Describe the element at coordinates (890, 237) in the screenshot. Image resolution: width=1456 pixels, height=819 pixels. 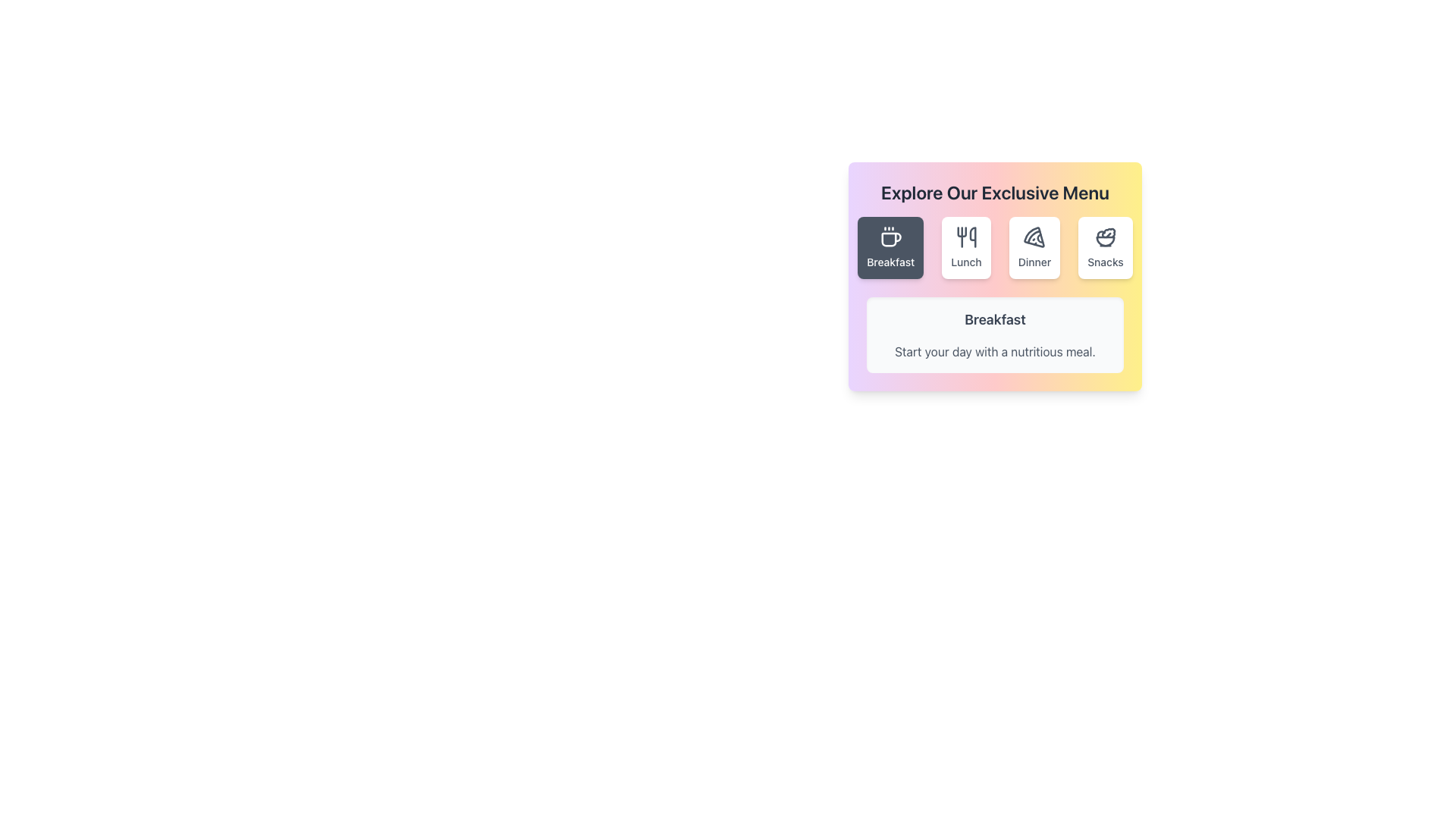
I see `the coffee cup icon located above the 'Breakfast' text in the first button of the horizontal row of buttons` at that location.